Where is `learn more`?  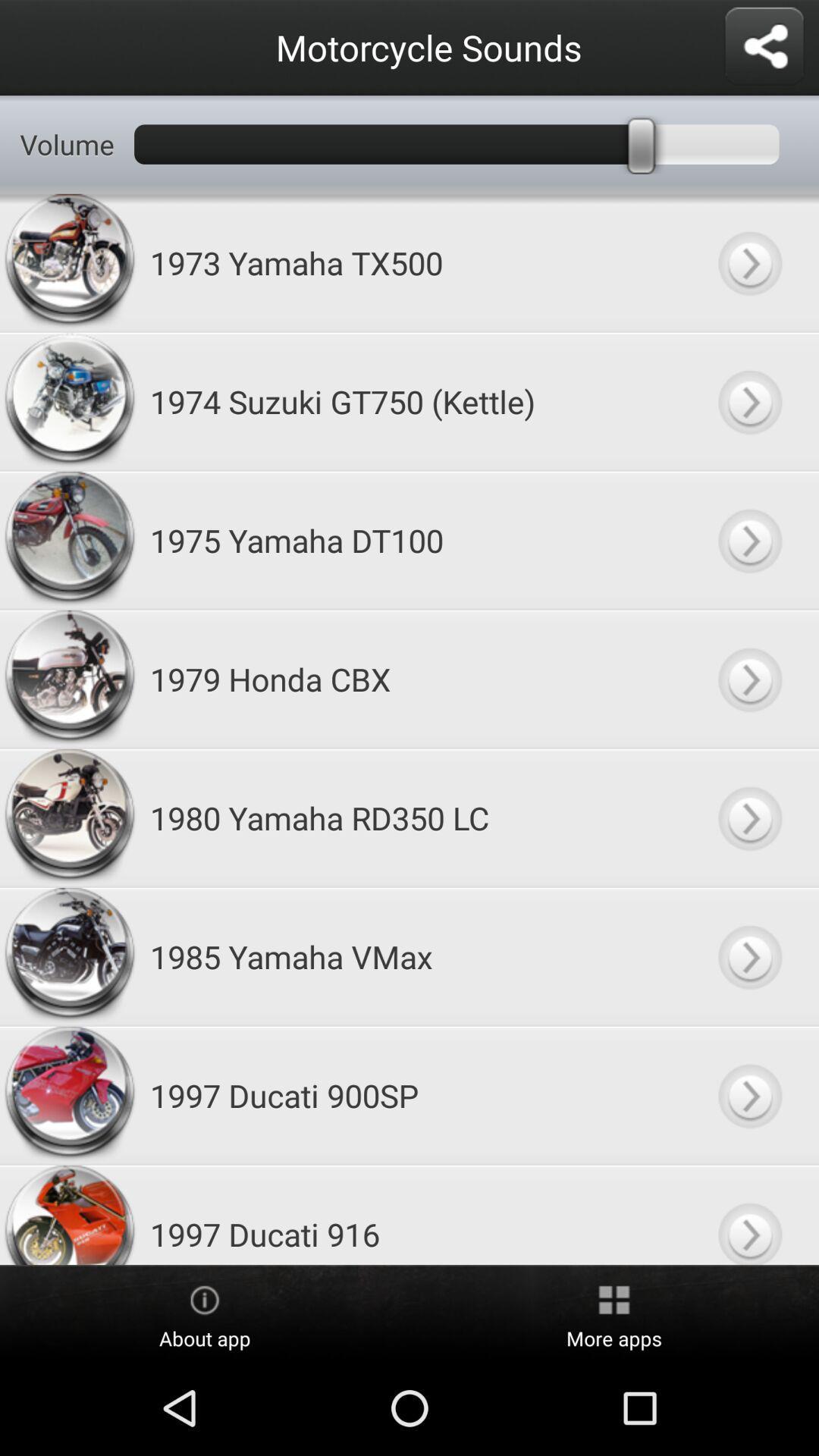 learn more is located at coordinates (748, 678).